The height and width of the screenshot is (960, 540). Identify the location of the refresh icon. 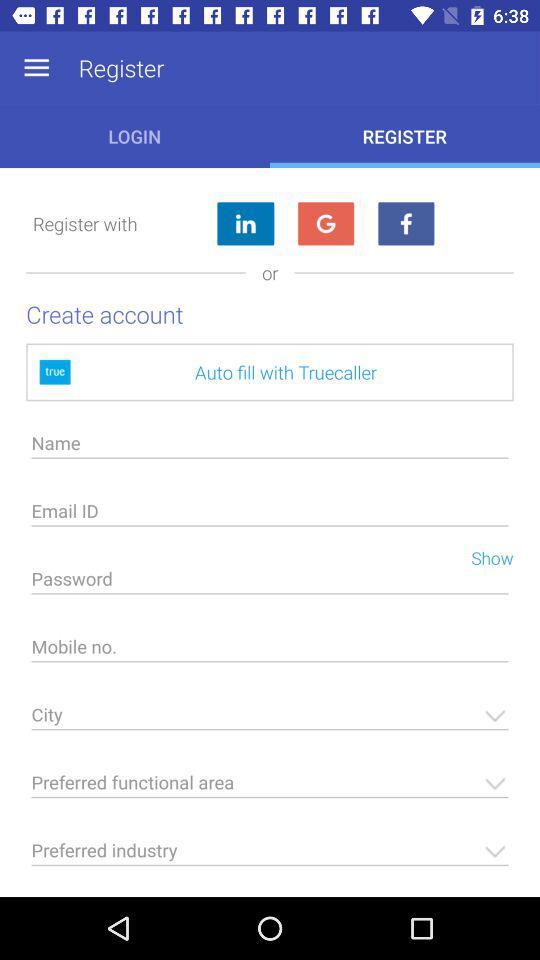
(325, 224).